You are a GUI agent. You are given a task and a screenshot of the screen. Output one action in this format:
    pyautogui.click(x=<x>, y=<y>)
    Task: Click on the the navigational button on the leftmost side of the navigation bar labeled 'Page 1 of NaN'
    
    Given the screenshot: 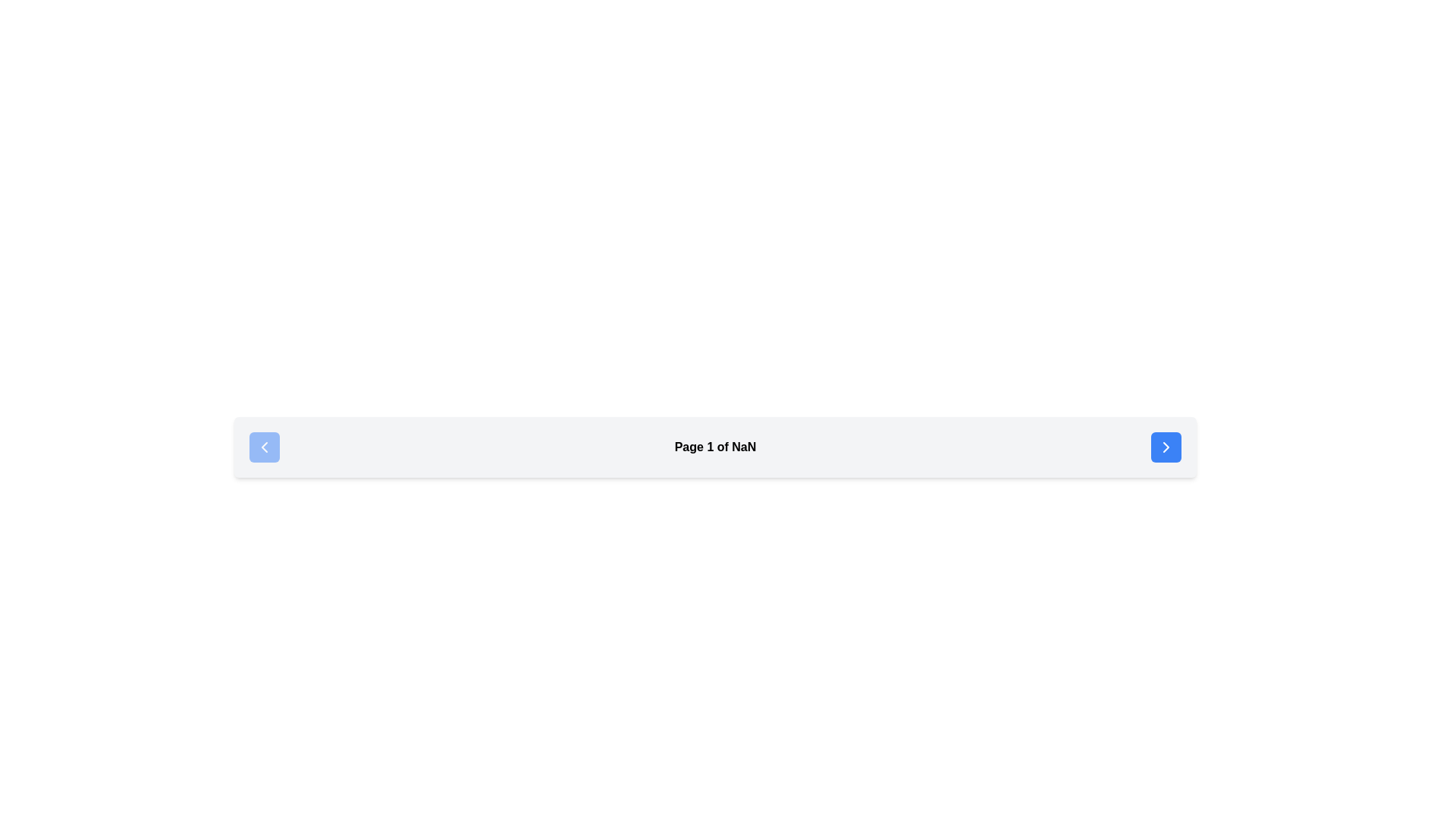 What is the action you would take?
    pyautogui.click(x=265, y=447)
    